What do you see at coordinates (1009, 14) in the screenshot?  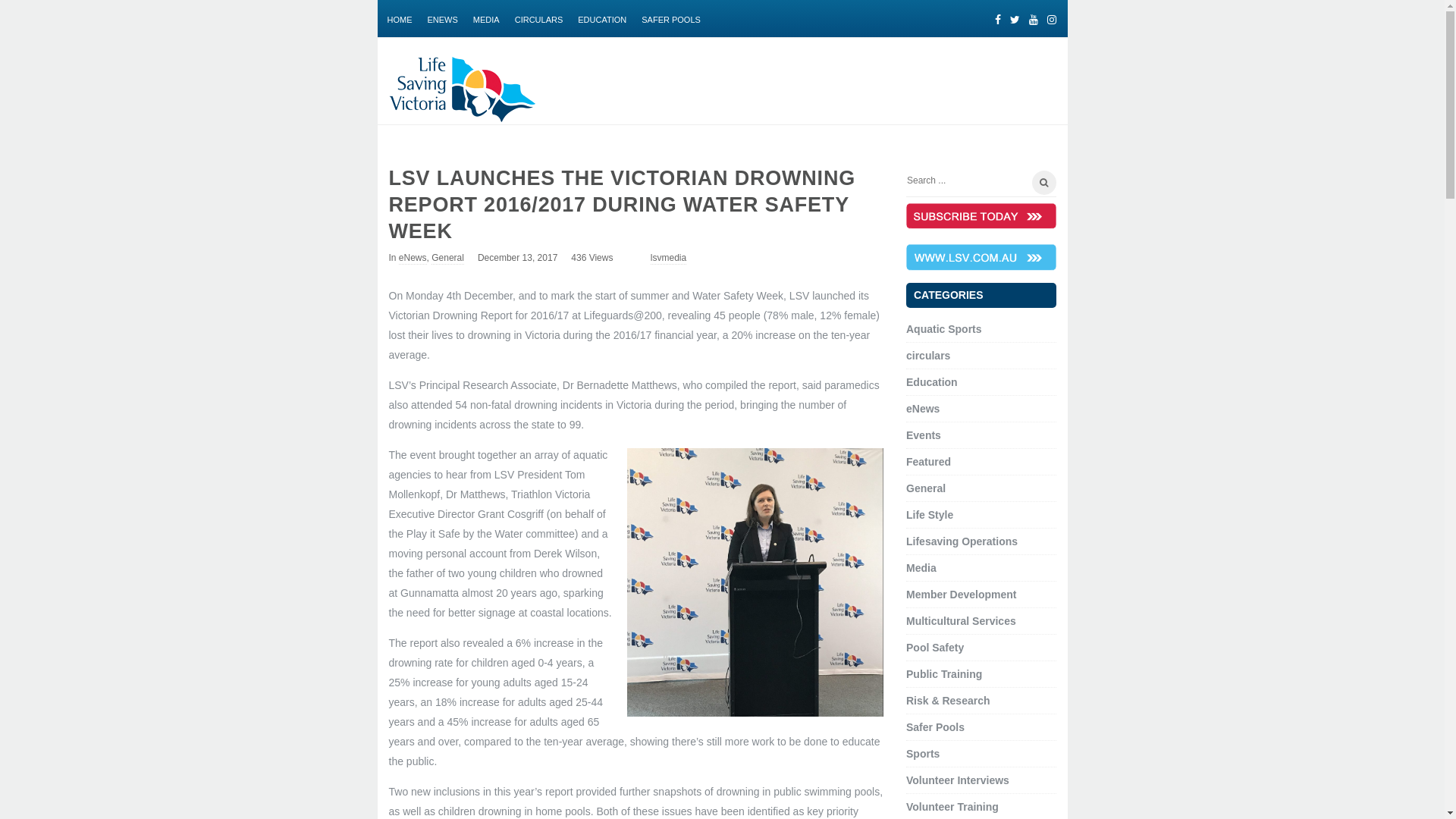 I see `'Twitter'` at bounding box center [1009, 14].